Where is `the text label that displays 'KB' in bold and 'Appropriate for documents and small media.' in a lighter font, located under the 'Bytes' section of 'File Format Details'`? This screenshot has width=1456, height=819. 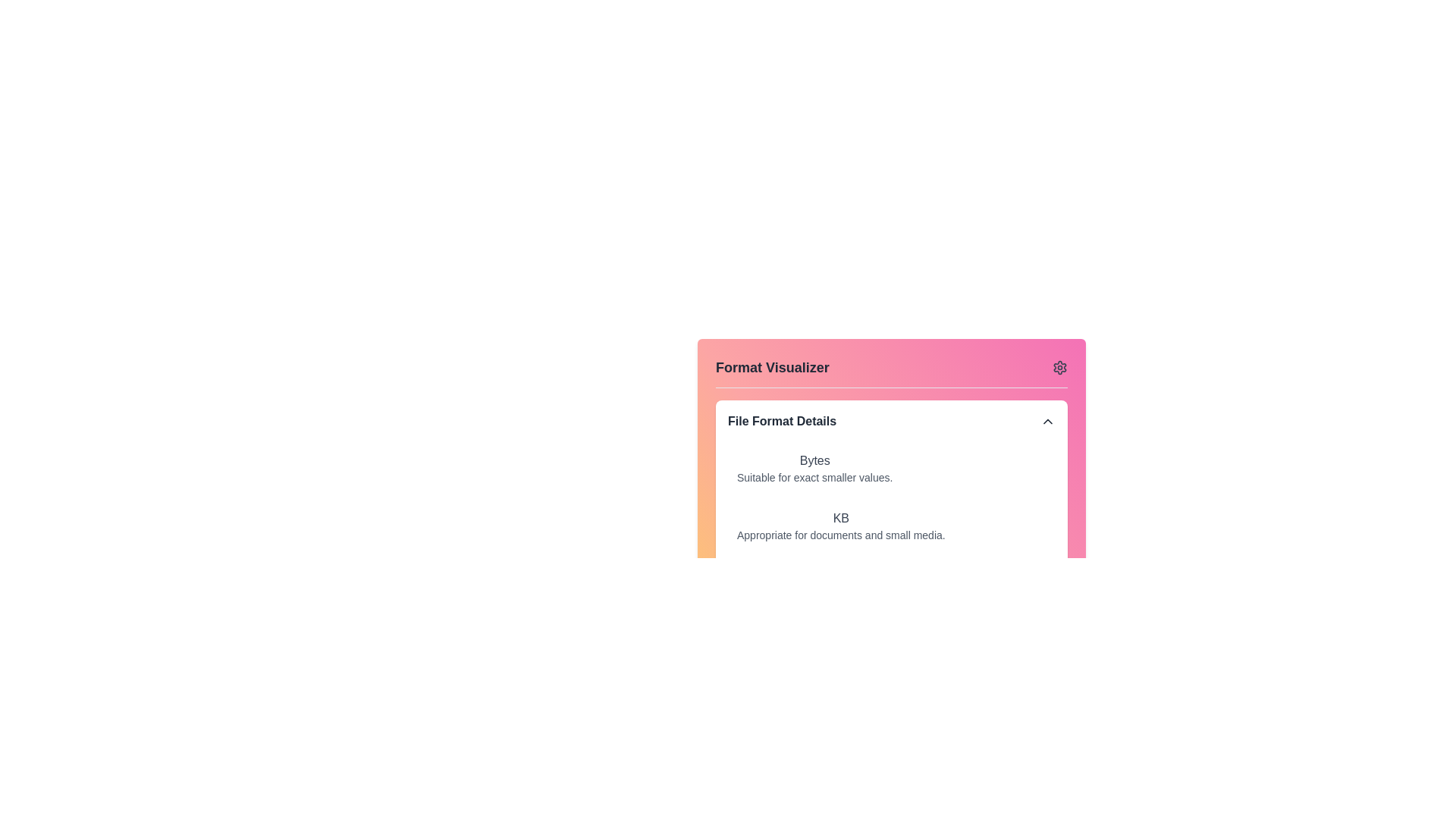
the text label that displays 'KB' in bold and 'Appropriate for documents and small media.' in a lighter font, located under the 'Bytes' section of 'File Format Details' is located at coordinates (840, 526).